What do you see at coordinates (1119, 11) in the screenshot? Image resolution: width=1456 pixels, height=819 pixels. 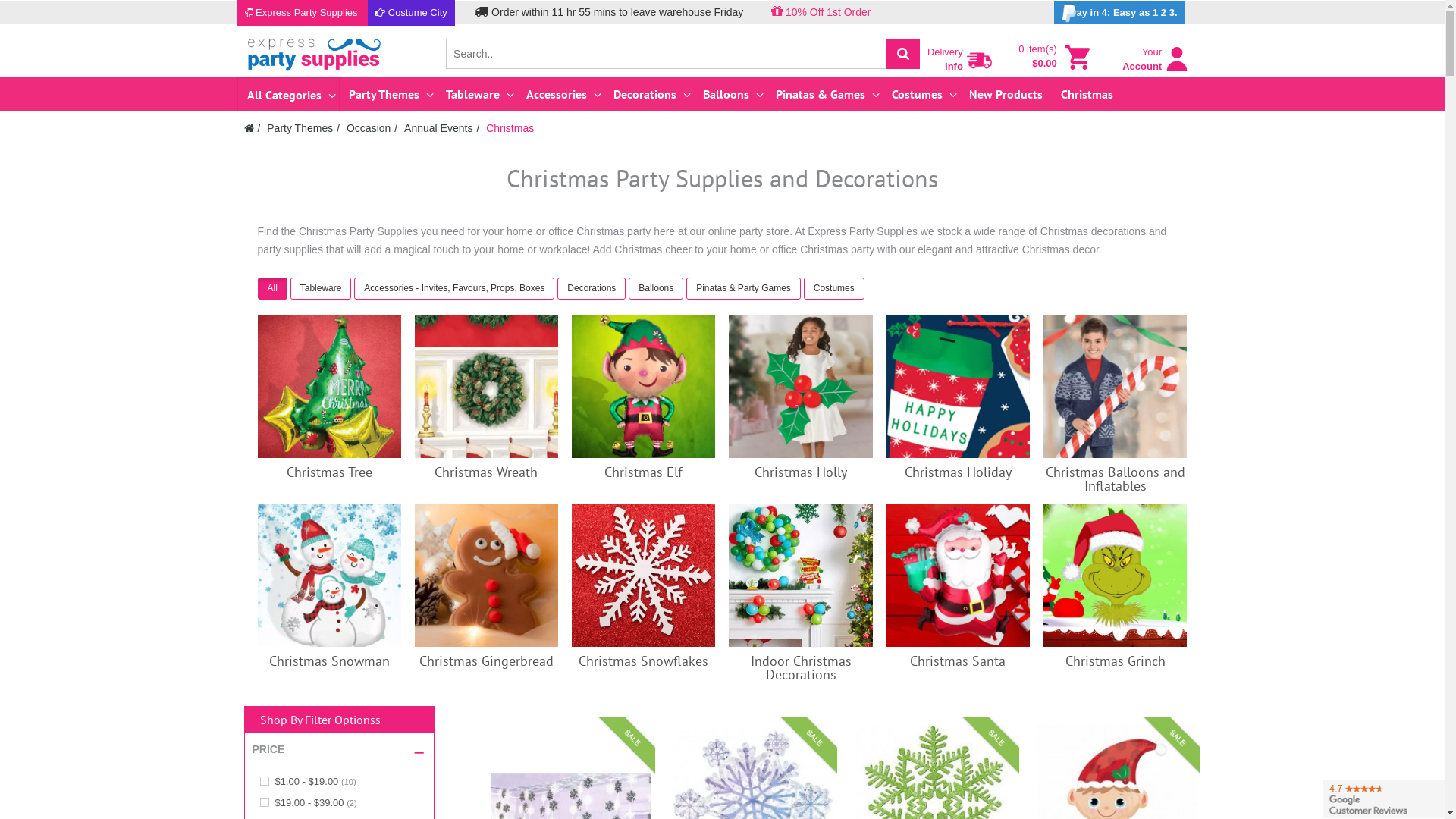 I see `'ay in 4: Easy as 1 2 3.'` at bounding box center [1119, 11].